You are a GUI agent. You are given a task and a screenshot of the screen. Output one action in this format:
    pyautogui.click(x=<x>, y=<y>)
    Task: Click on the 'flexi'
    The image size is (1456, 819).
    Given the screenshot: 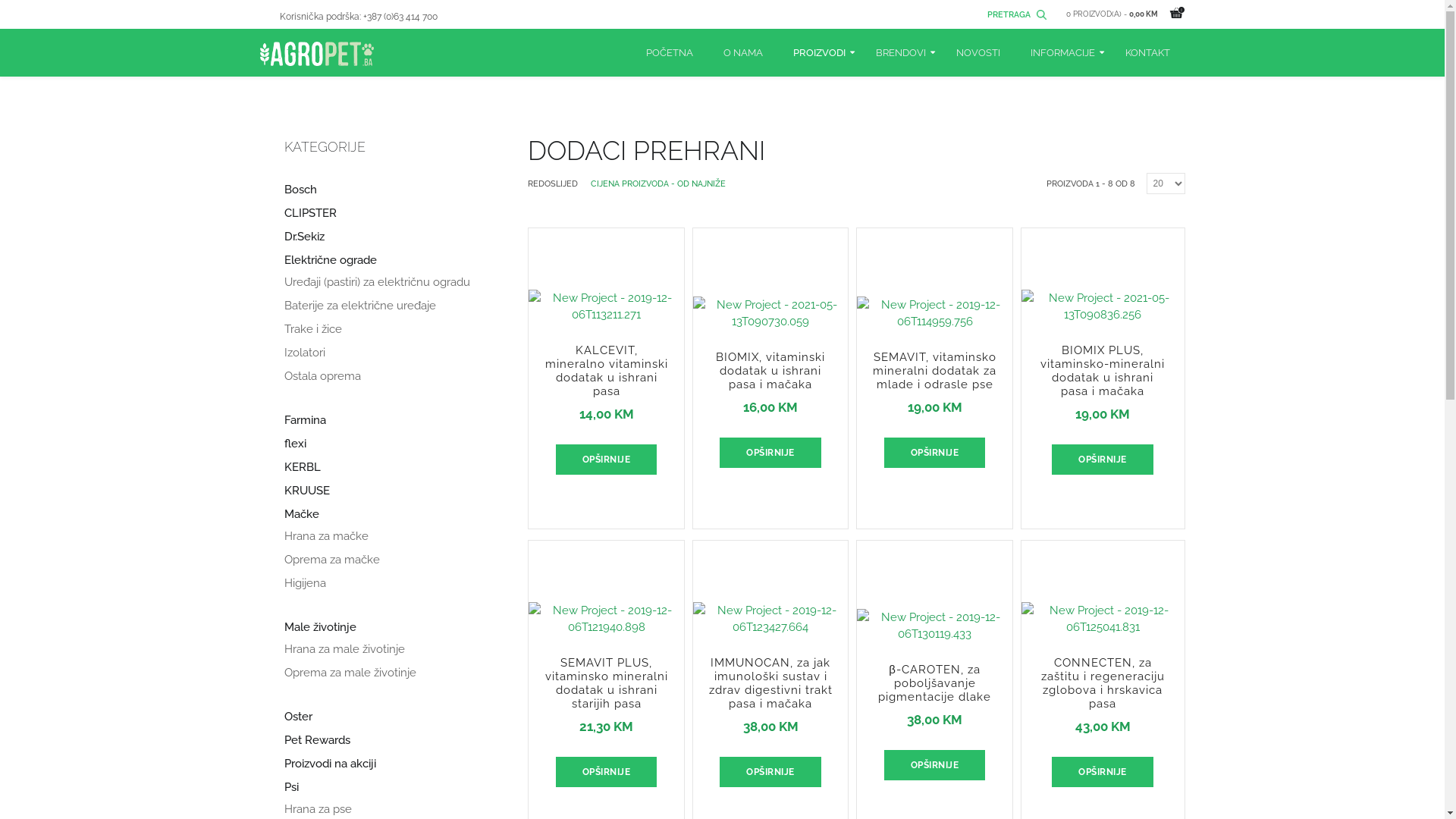 What is the action you would take?
    pyautogui.click(x=284, y=444)
    